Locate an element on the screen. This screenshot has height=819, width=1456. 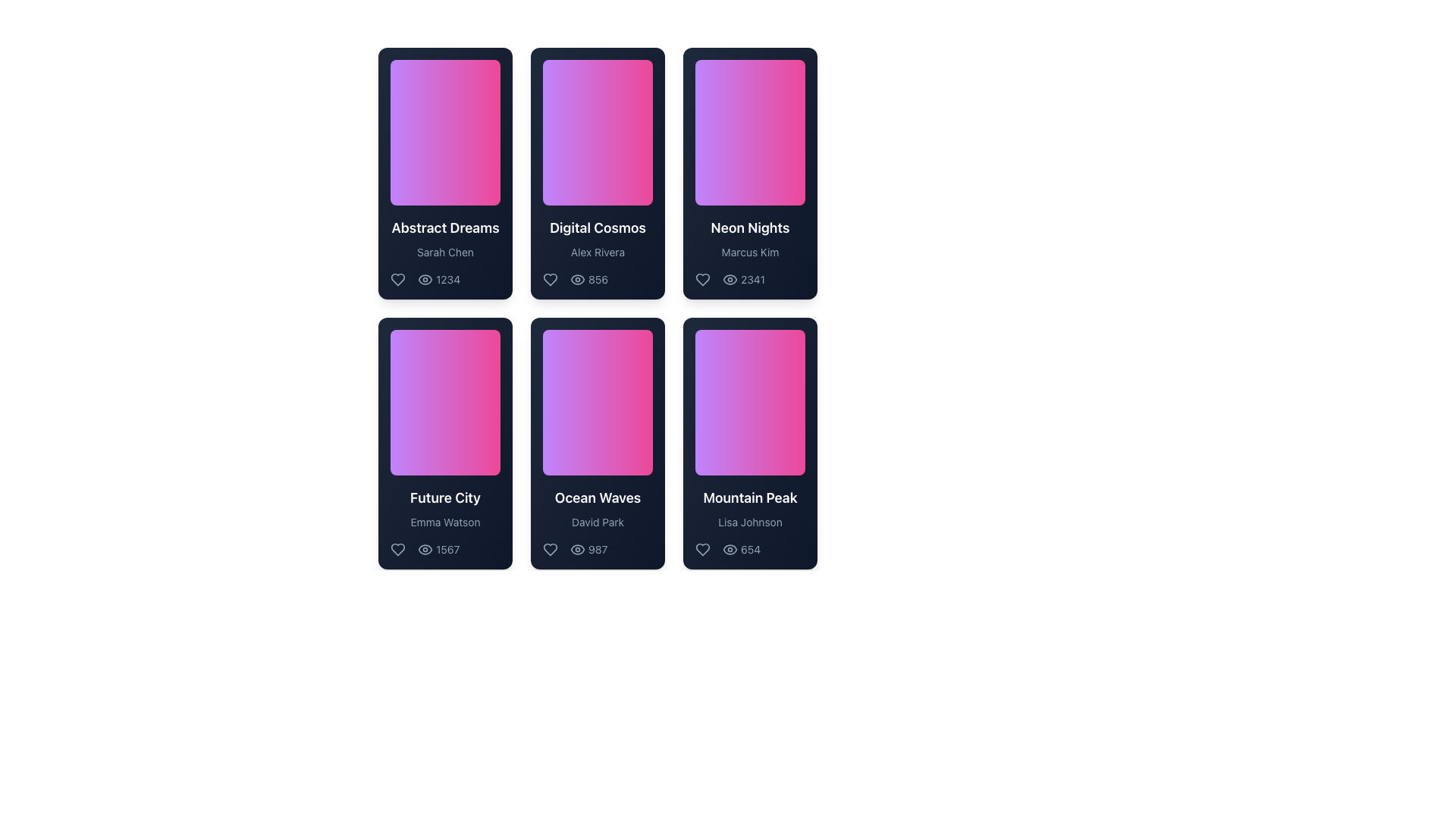
view count displayed next to the eye icon, which shows the numeric text '2341' in a muted font color, located at the bottom-right corner of the 'Neon Nights' card is located at coordinates (743, 280).